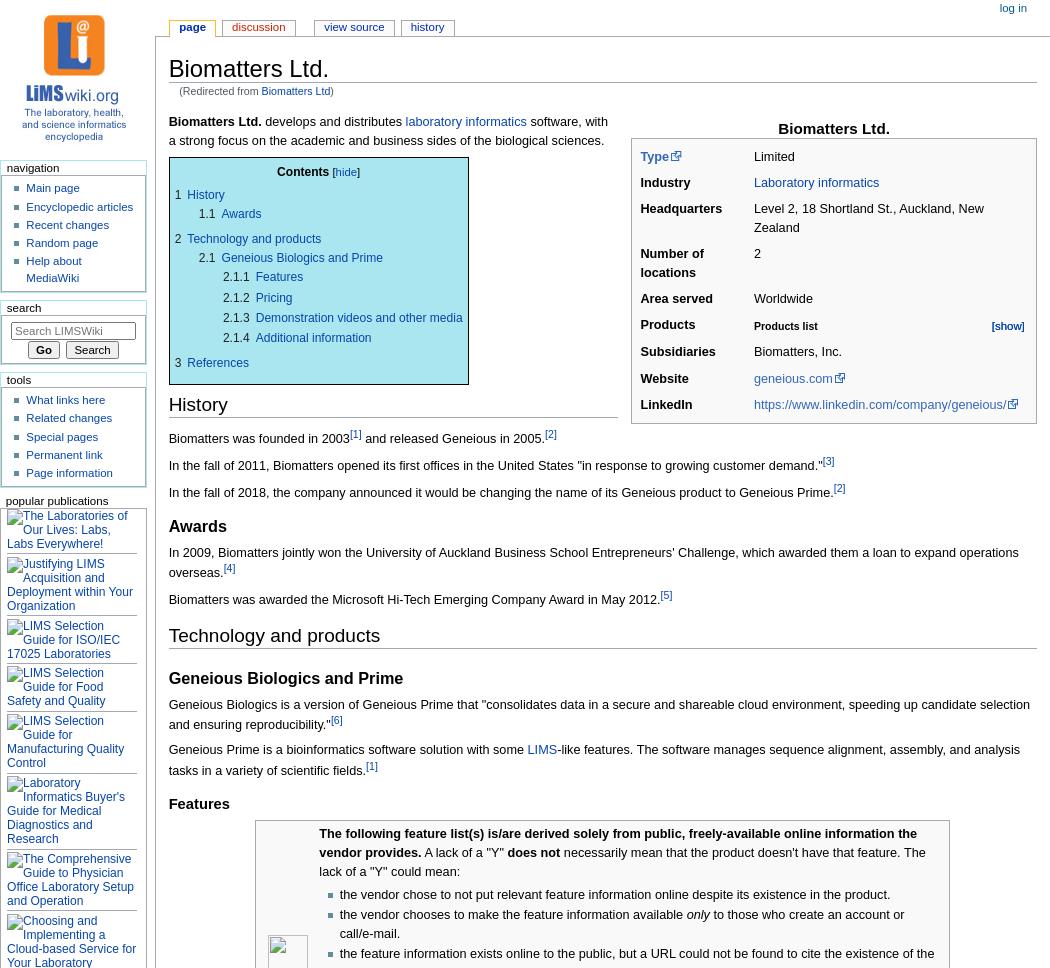 This screenshot has width=1050, height=968. I want to click on 'geneious.com', so click(791, 377).